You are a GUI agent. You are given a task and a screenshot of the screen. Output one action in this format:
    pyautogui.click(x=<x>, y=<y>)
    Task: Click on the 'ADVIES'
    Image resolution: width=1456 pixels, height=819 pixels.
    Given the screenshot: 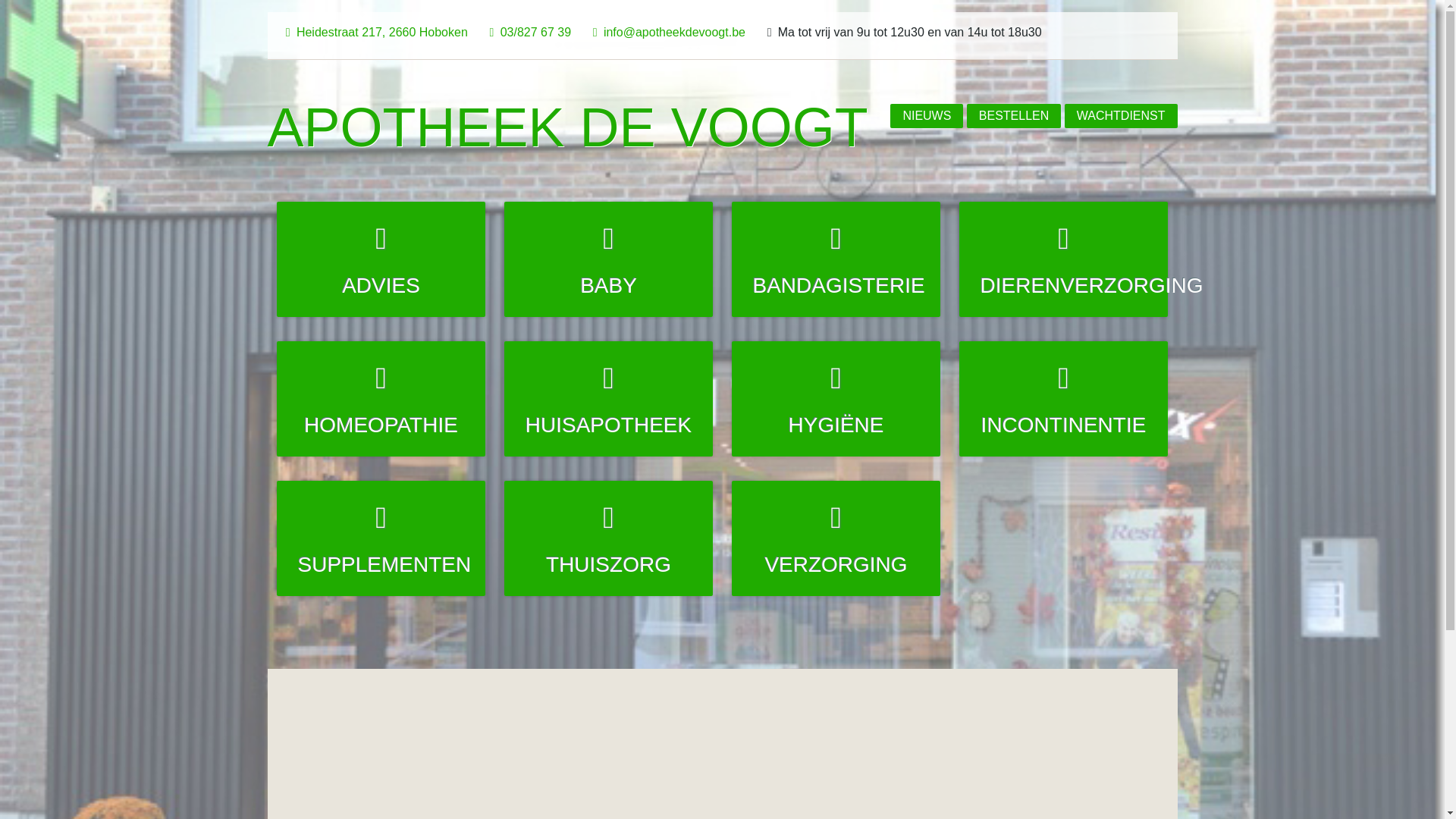 What is the action you would take?
    pyautogui.click(x=276, y=259)
    